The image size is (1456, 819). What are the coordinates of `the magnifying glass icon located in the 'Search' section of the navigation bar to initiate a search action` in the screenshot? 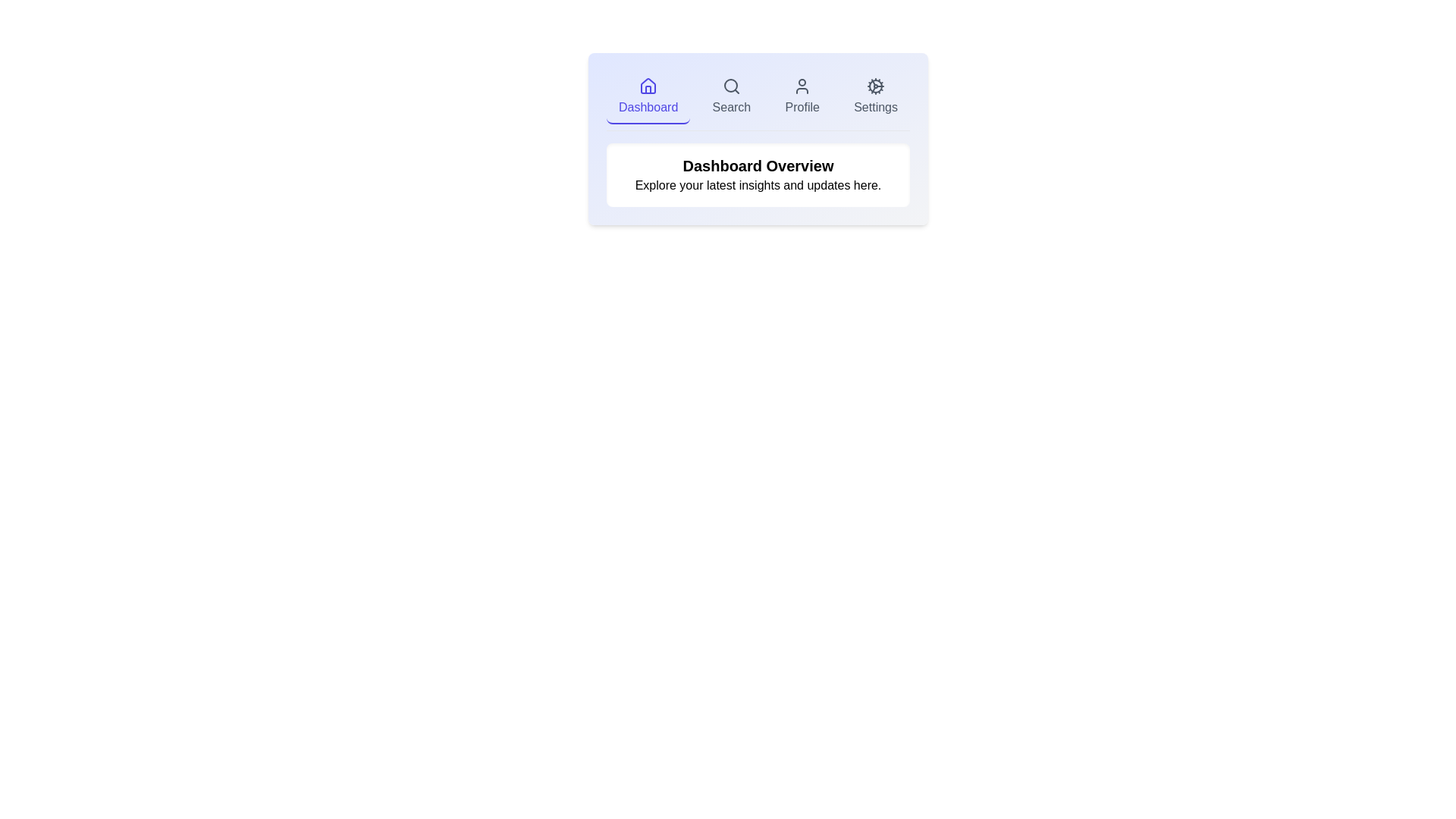 It's located at (731, 86).